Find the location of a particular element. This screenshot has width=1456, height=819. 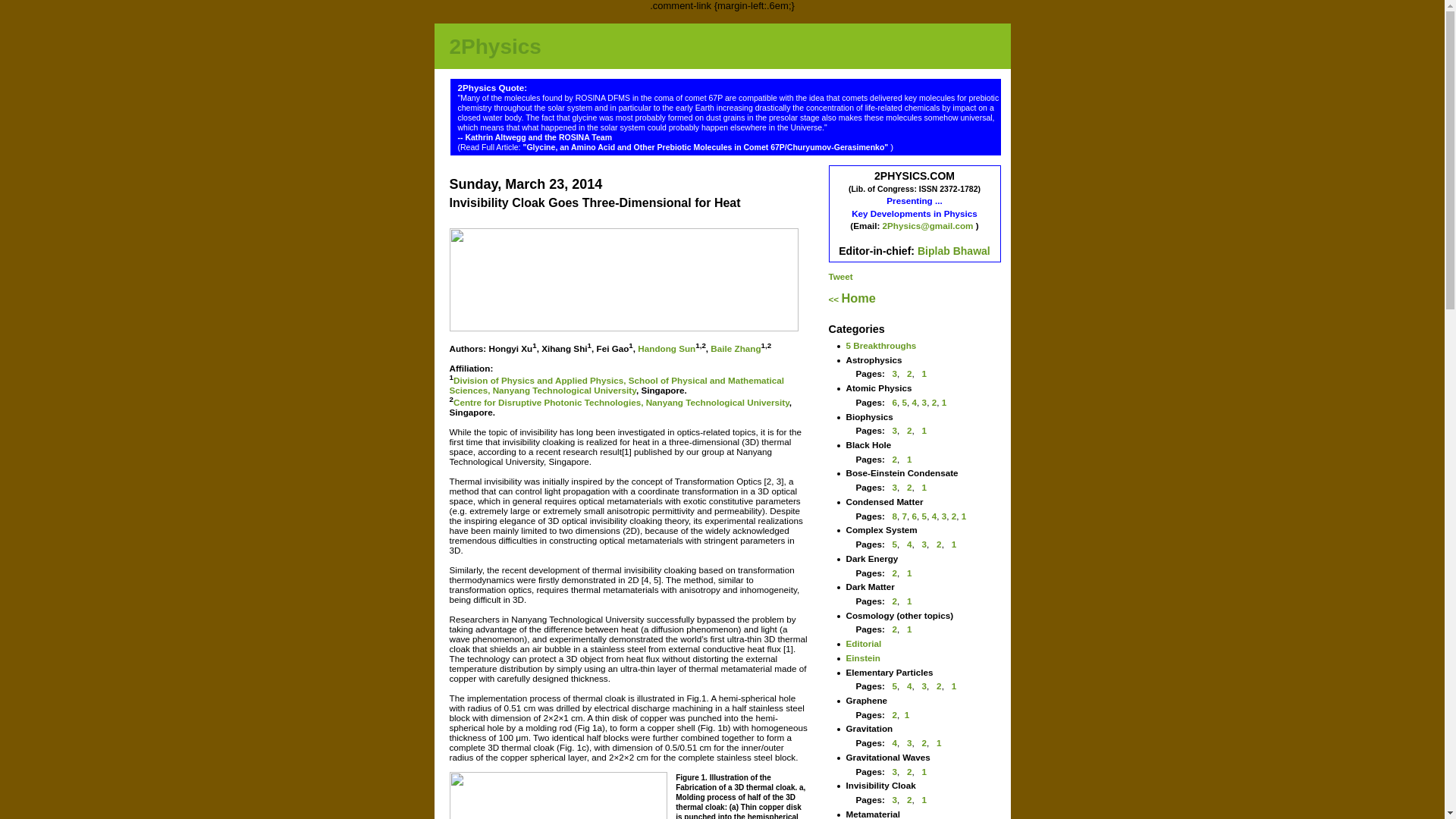

'1' is located at coordinates (924, 430).